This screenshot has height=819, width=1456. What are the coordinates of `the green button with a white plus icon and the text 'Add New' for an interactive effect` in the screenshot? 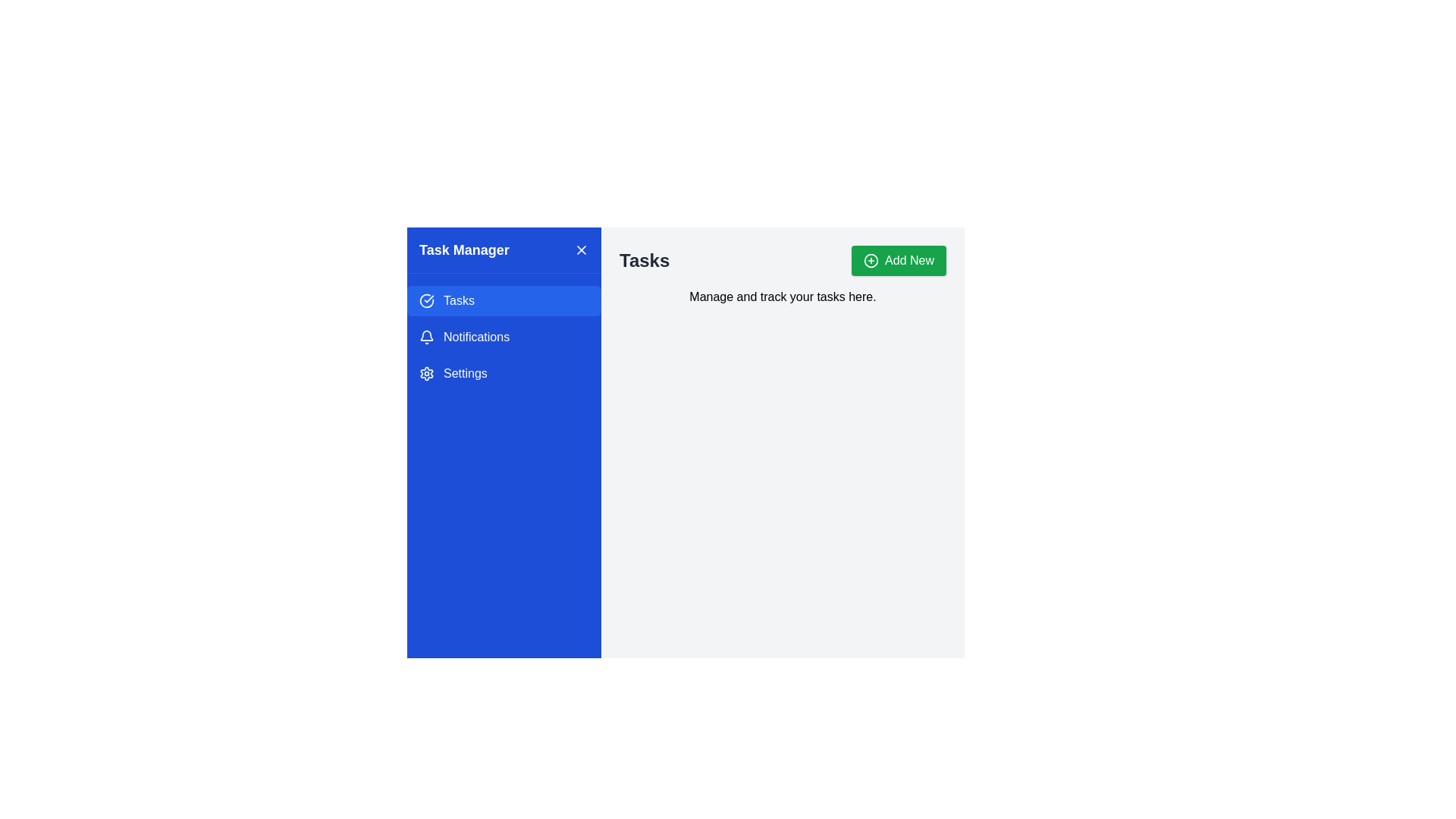 It's located at (899, 259).